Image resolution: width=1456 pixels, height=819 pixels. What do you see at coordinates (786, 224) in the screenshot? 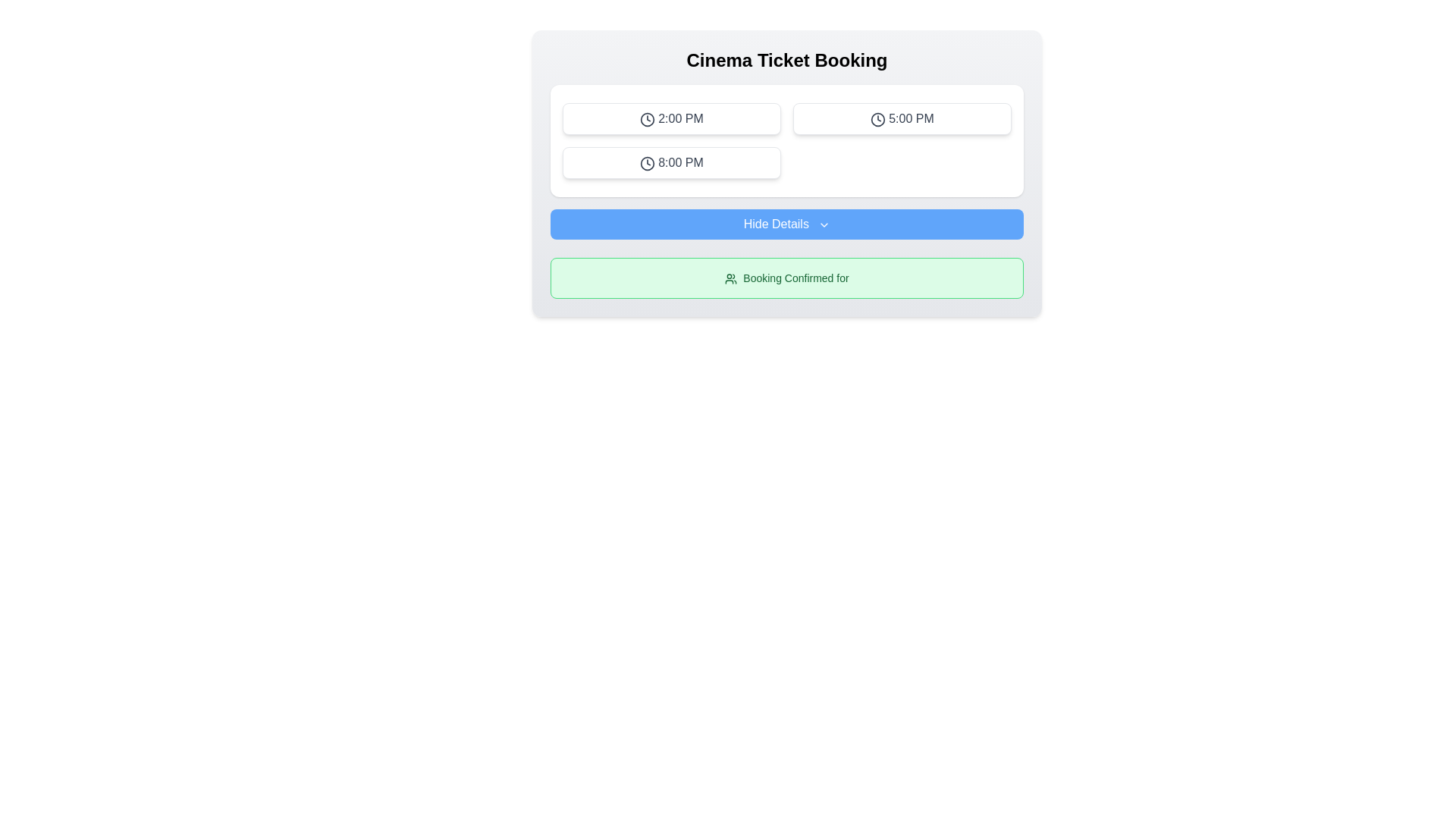
I see `the 'Hide Details' button with a blue background and white text` at bounding box center [786, 224].